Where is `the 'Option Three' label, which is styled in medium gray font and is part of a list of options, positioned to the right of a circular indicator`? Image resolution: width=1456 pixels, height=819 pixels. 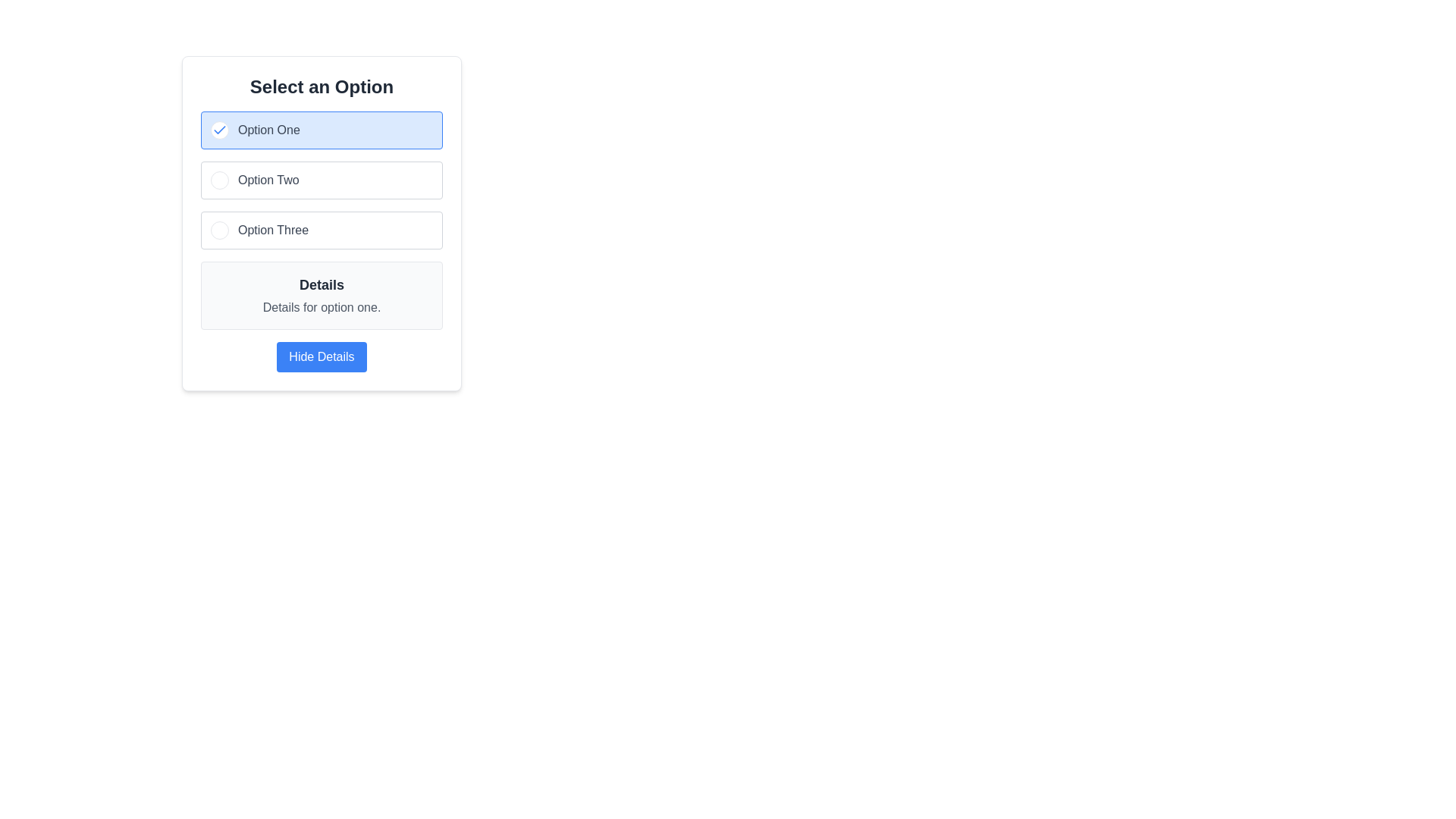 the 'Option Three' label, which is styled in medium gray font and is part of a list of options, positioned to the right of a circular indicator is located at coordinates (273, 231).